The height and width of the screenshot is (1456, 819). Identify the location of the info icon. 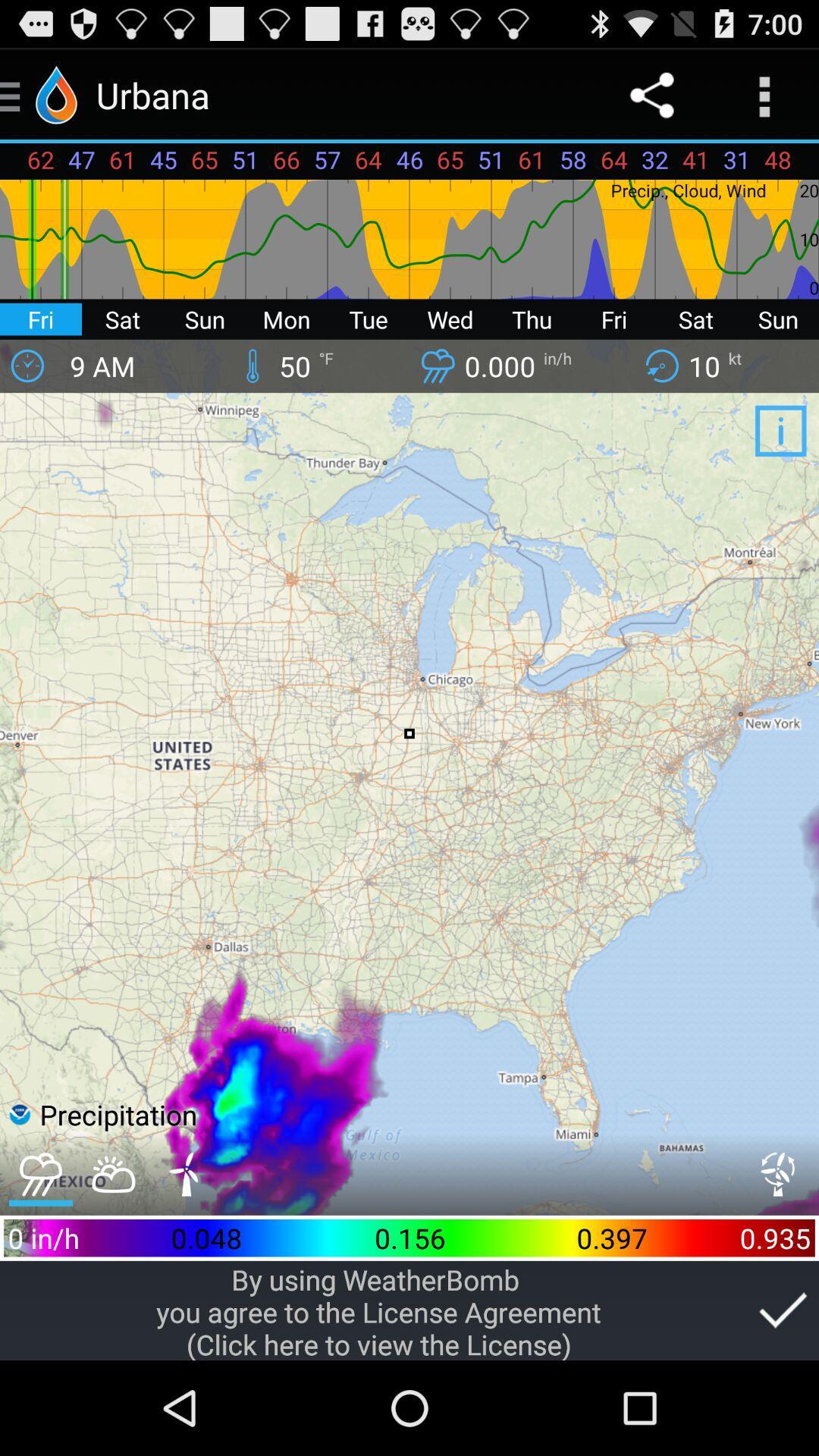
(780, 460).